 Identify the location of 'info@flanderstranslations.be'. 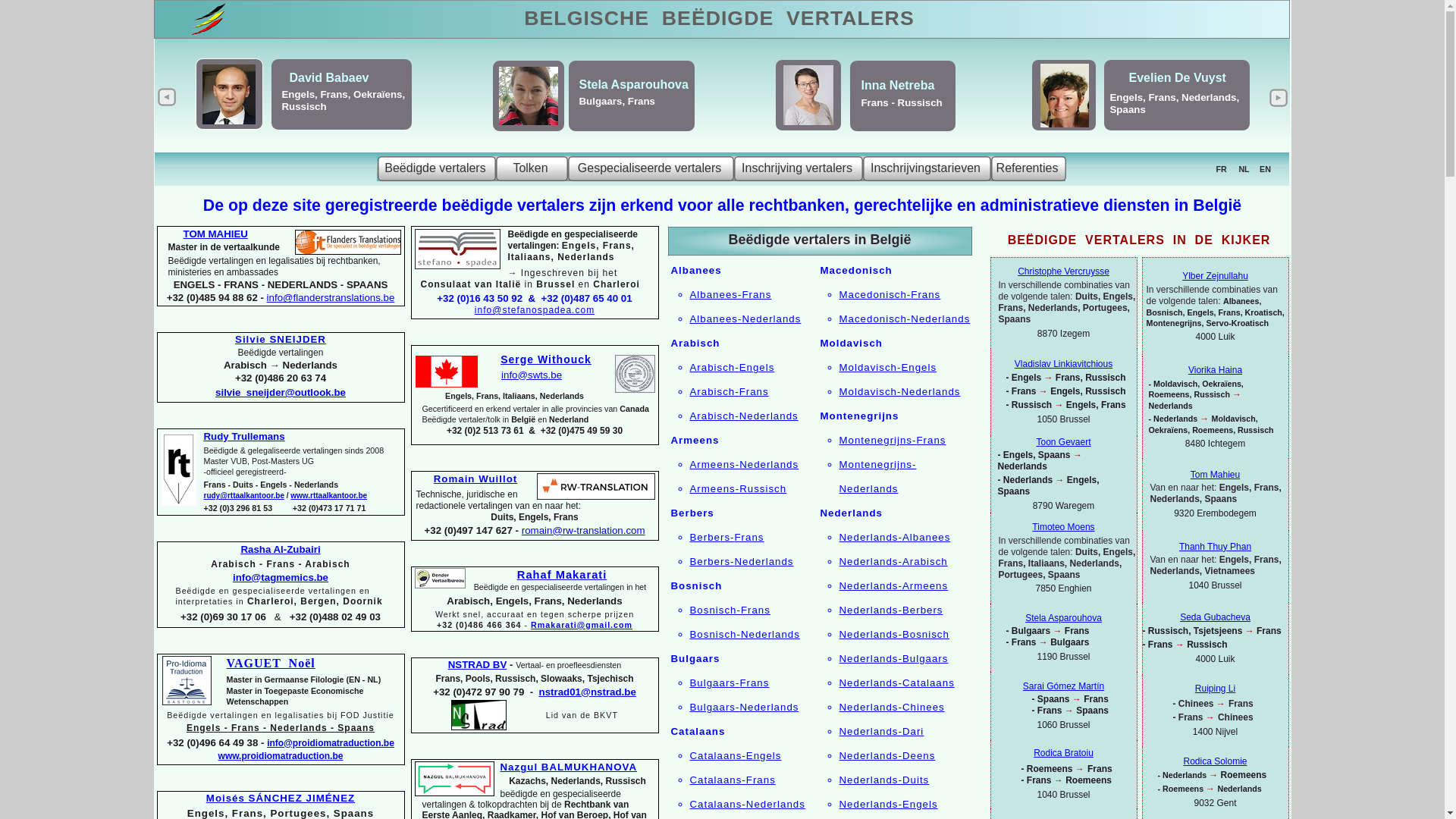
(330, 297).